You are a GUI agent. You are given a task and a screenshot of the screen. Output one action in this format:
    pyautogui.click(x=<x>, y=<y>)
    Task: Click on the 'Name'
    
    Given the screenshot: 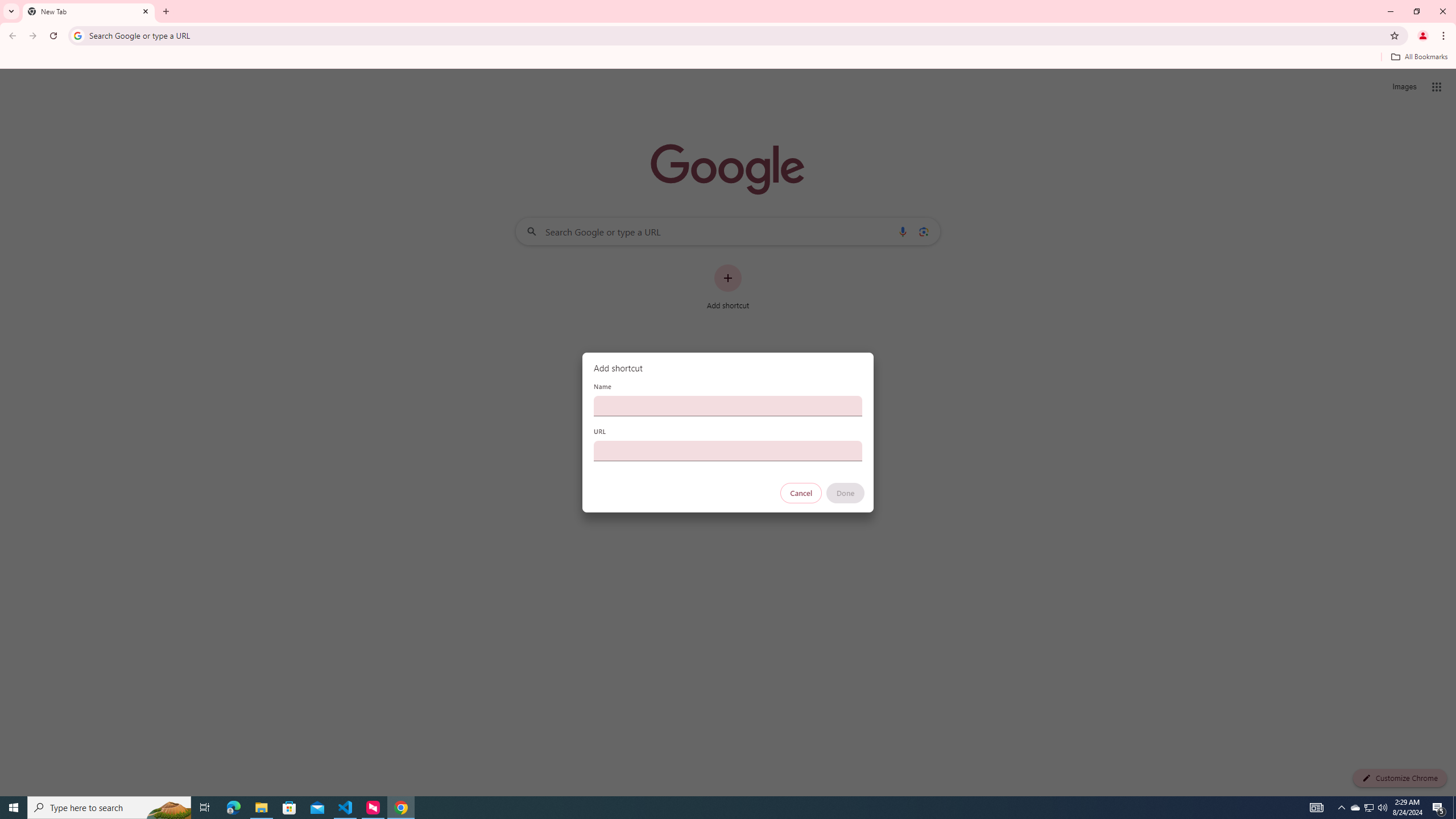 What is the action you would take?
    pyautogui.click(x=728, y=405)
    